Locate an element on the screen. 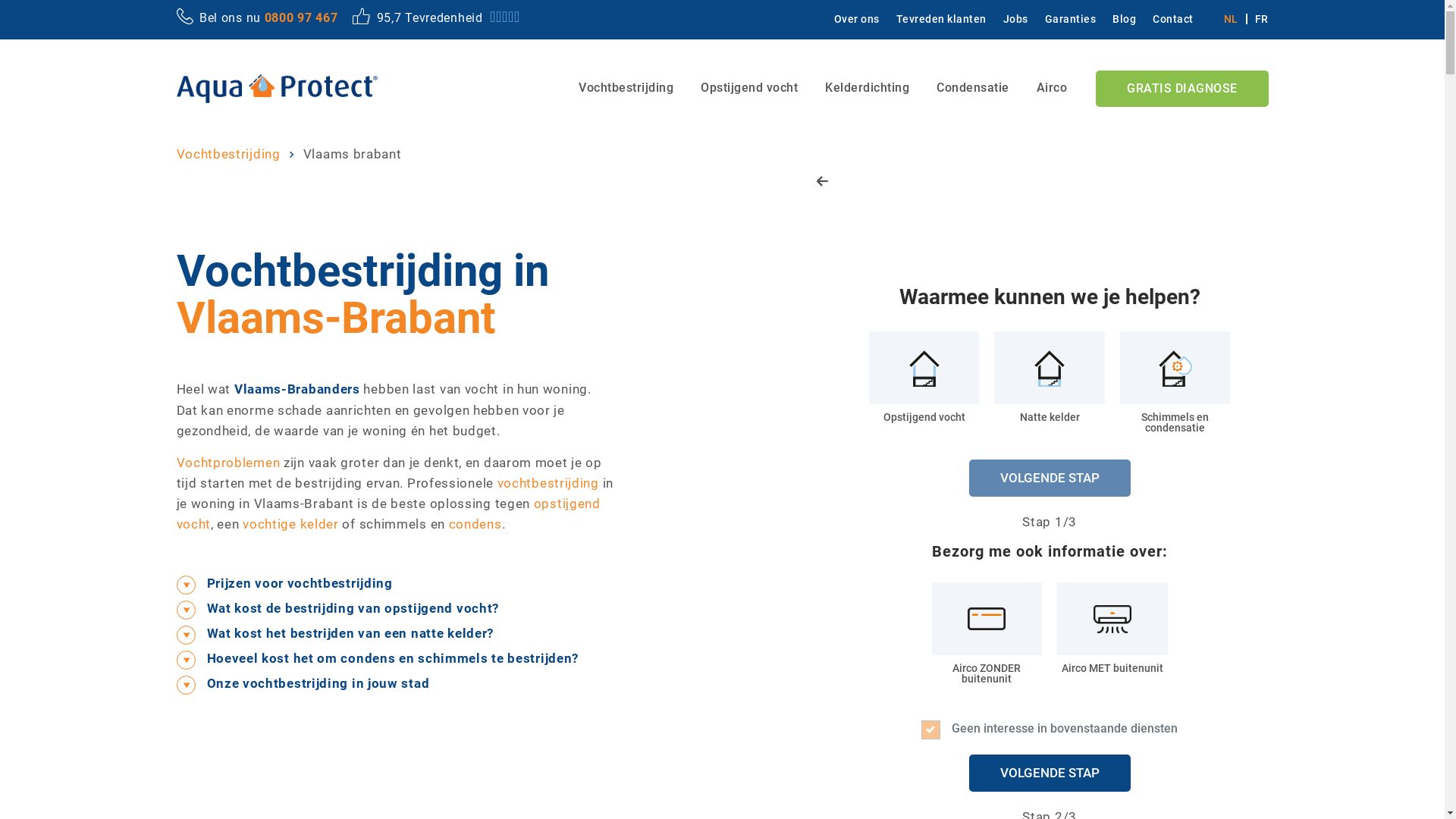 This screenshot has width=1456, height=819. 'vochtige kelder' is located at coordinates (243, 522).